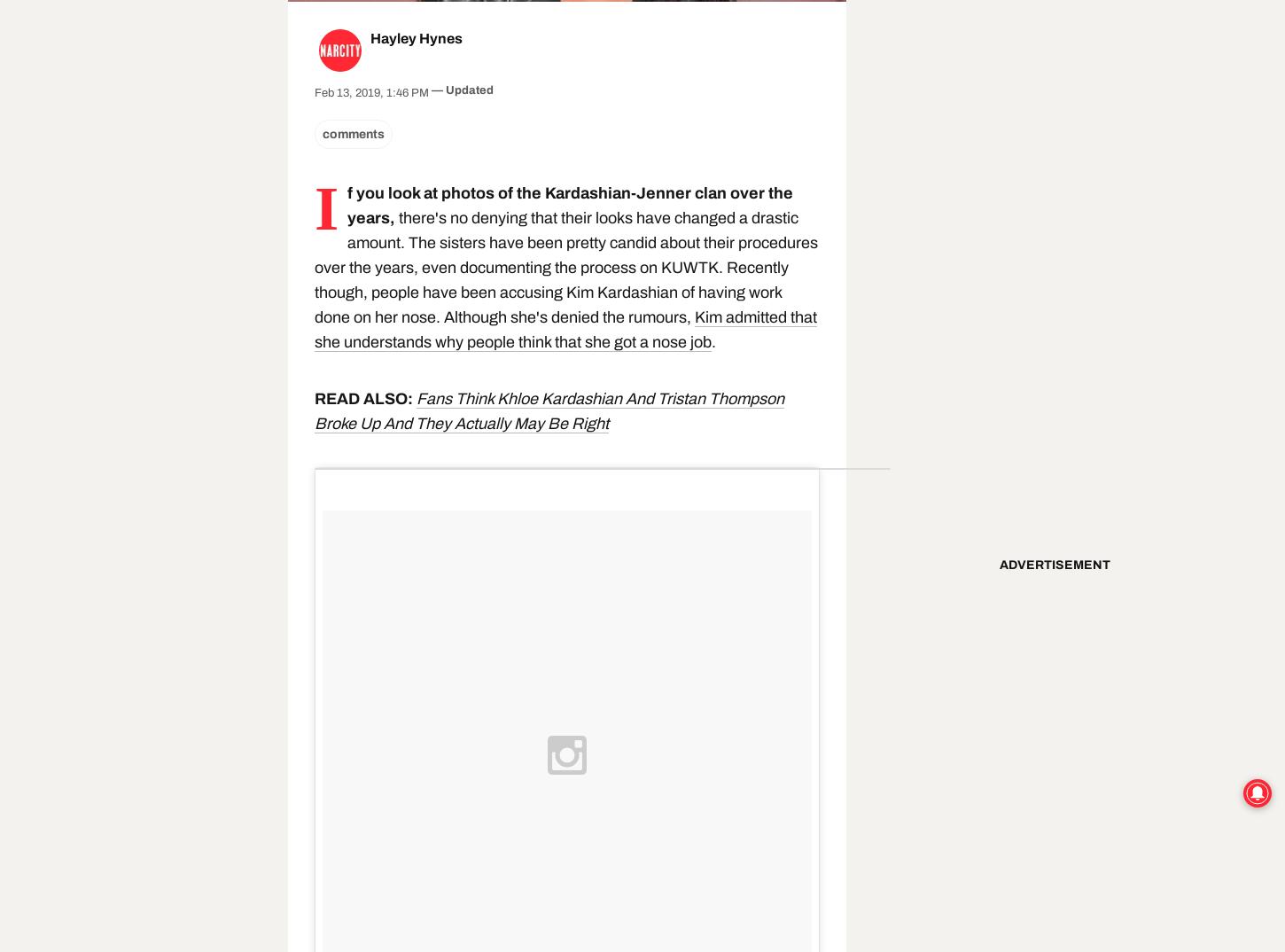 The height and width of the screenshot is (952, 1285). Describe the element at coordinates (549, 410) in the screenshot. I see `'Fans Think Khloe Kardashian And Tristan Thompson Broke Up And They Actually May Be Right'` at that location.